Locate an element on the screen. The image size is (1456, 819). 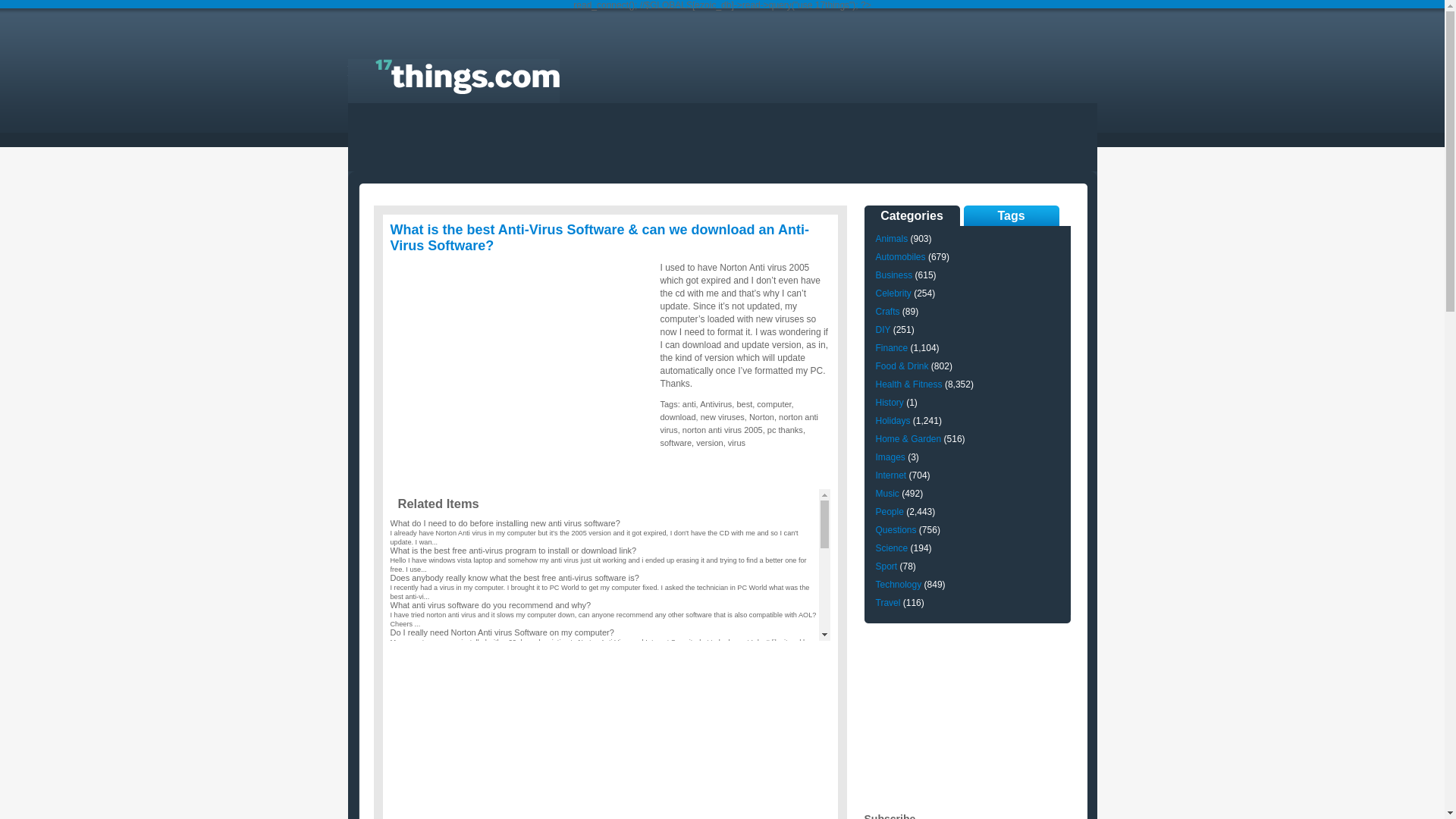
'best' is located at coordinates (736, 403).